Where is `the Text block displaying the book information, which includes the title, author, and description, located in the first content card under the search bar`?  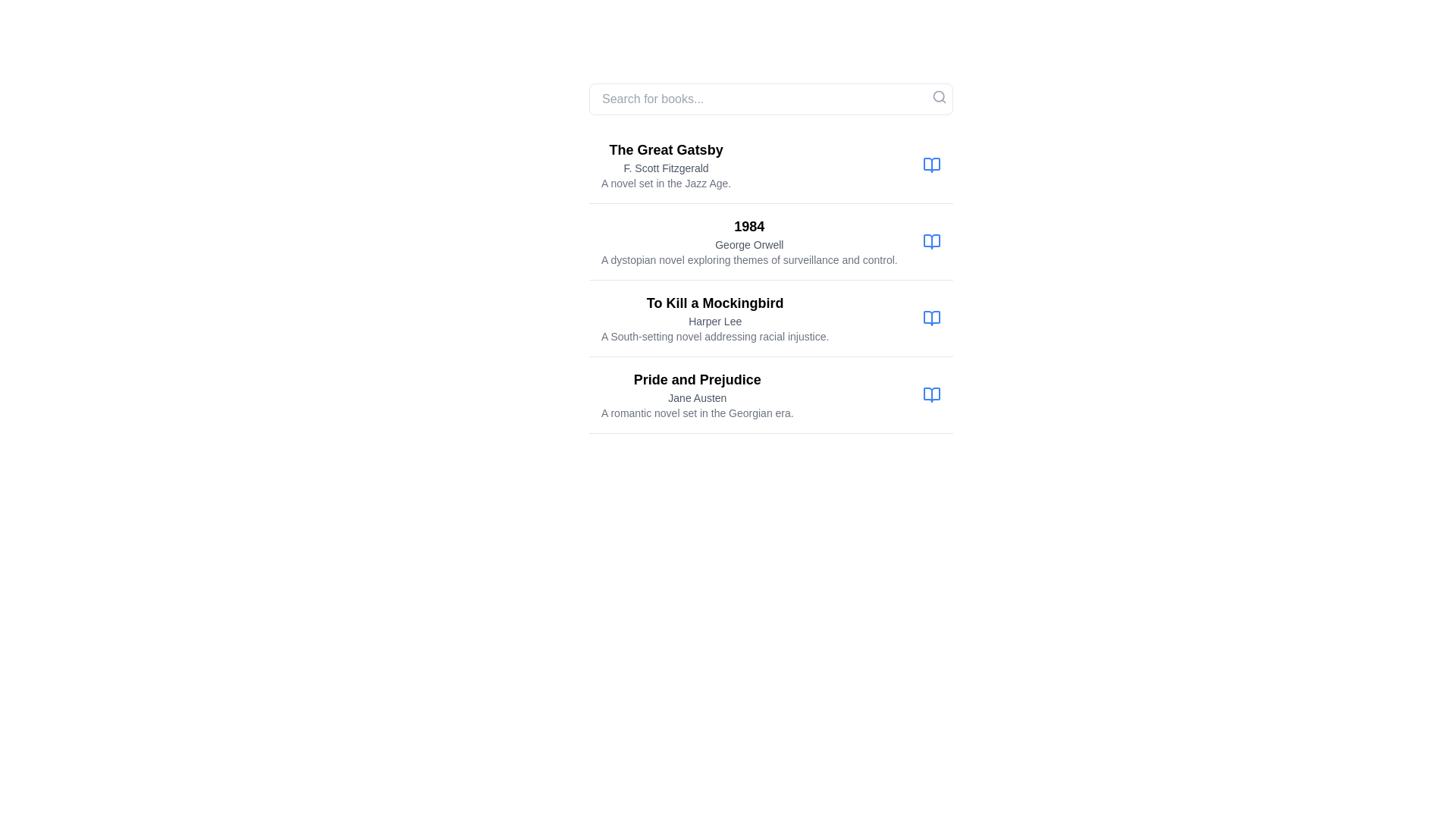
the Text block displaying the book information, which includes the title, author, and description, located in the first content card under the search bar is located at coordinates (666, 165).